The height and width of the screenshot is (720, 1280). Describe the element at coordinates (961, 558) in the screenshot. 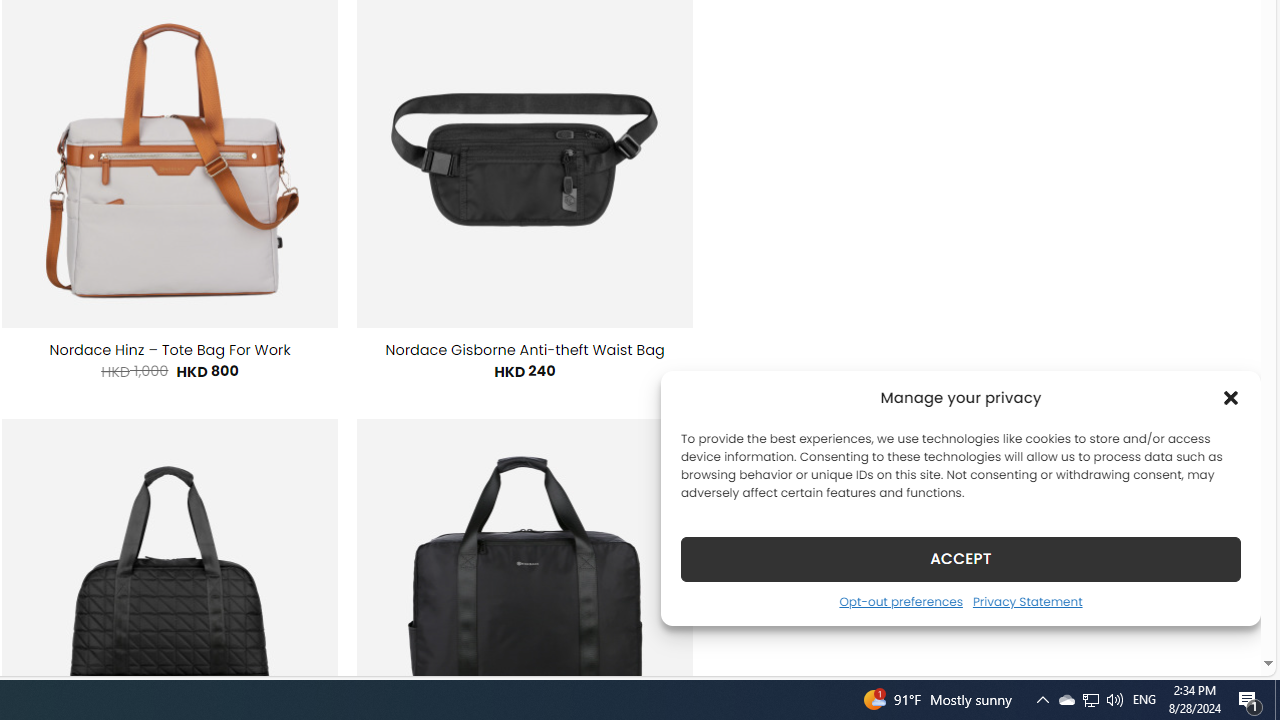

I see `'ACCEPT'` at that location.